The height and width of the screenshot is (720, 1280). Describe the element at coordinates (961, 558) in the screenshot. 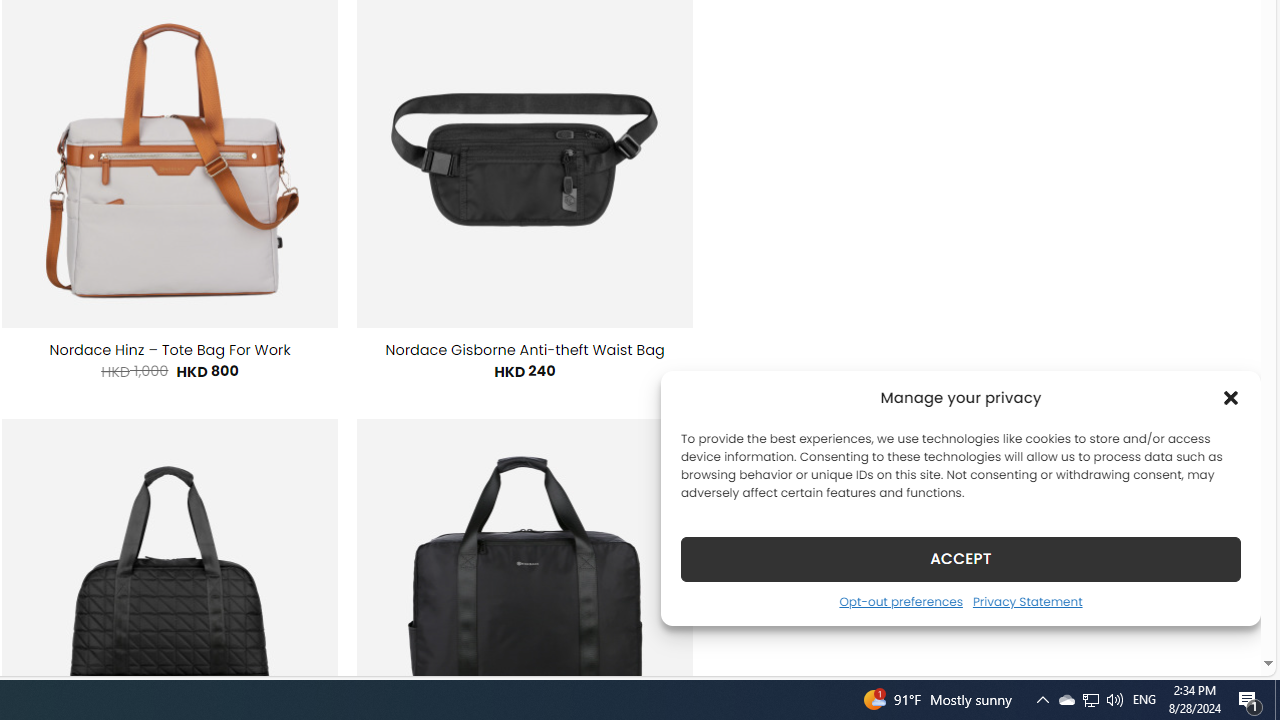

I see `'ACCEPT'` at that location.